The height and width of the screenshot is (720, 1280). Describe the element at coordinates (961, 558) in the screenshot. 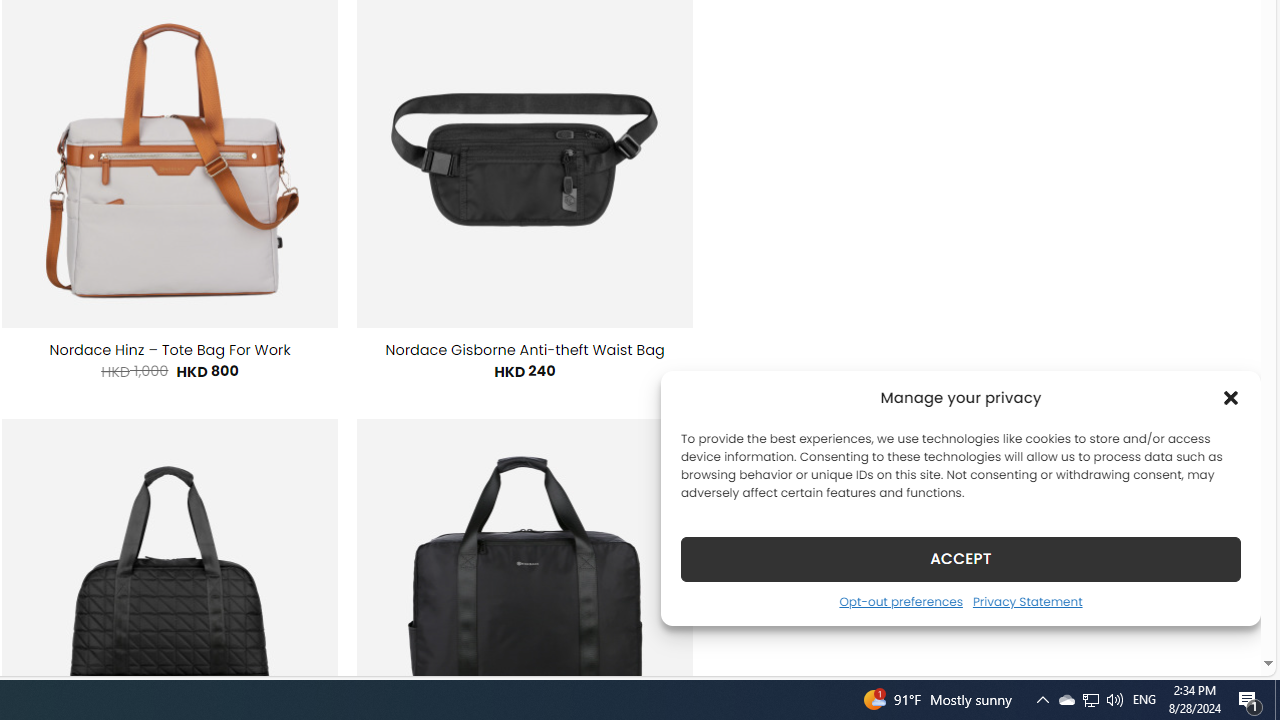

I see `'ACCEPT'` at that location.